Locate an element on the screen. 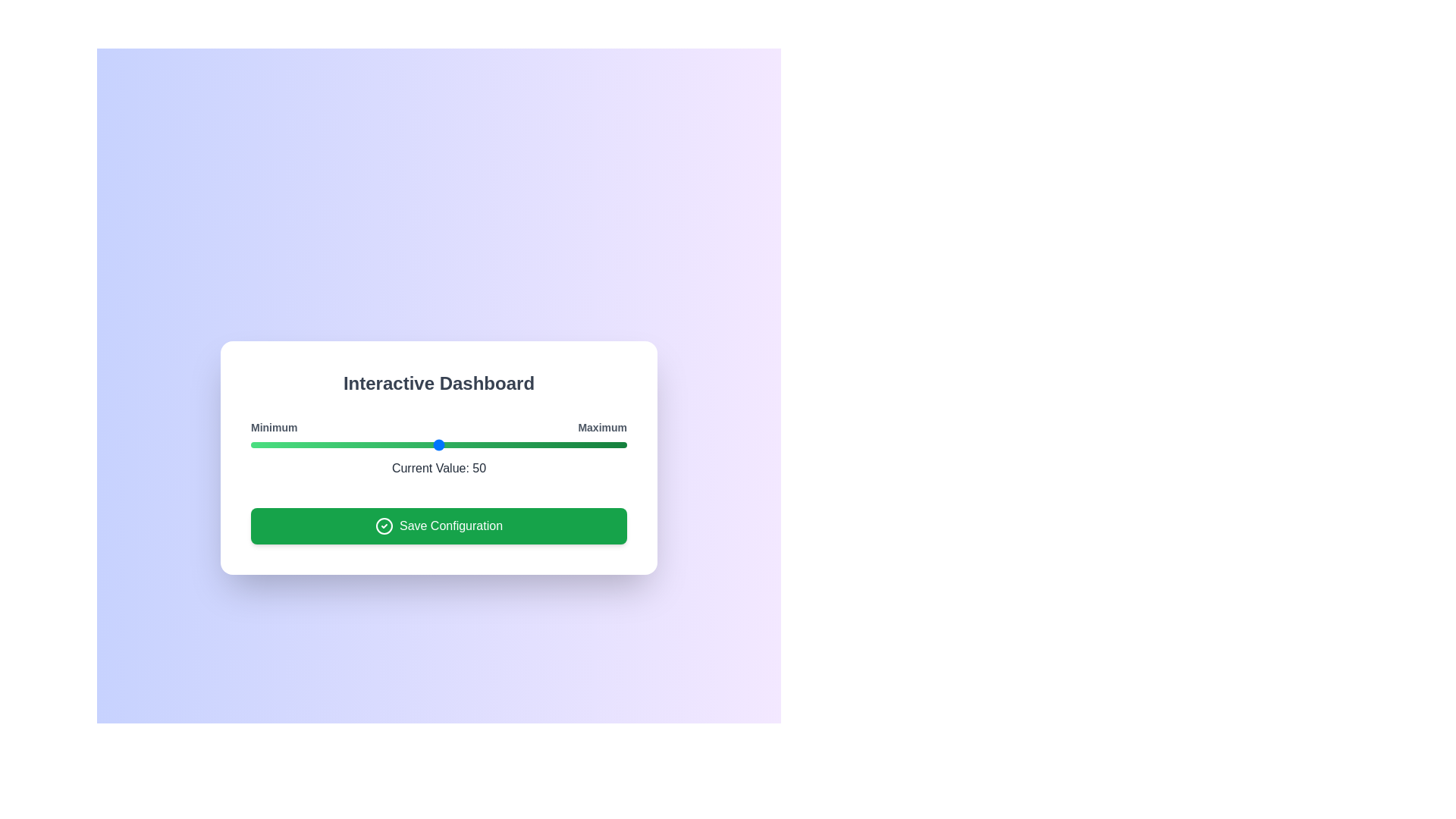  the slider to observe visual effects is located at coordinates (438, 444).